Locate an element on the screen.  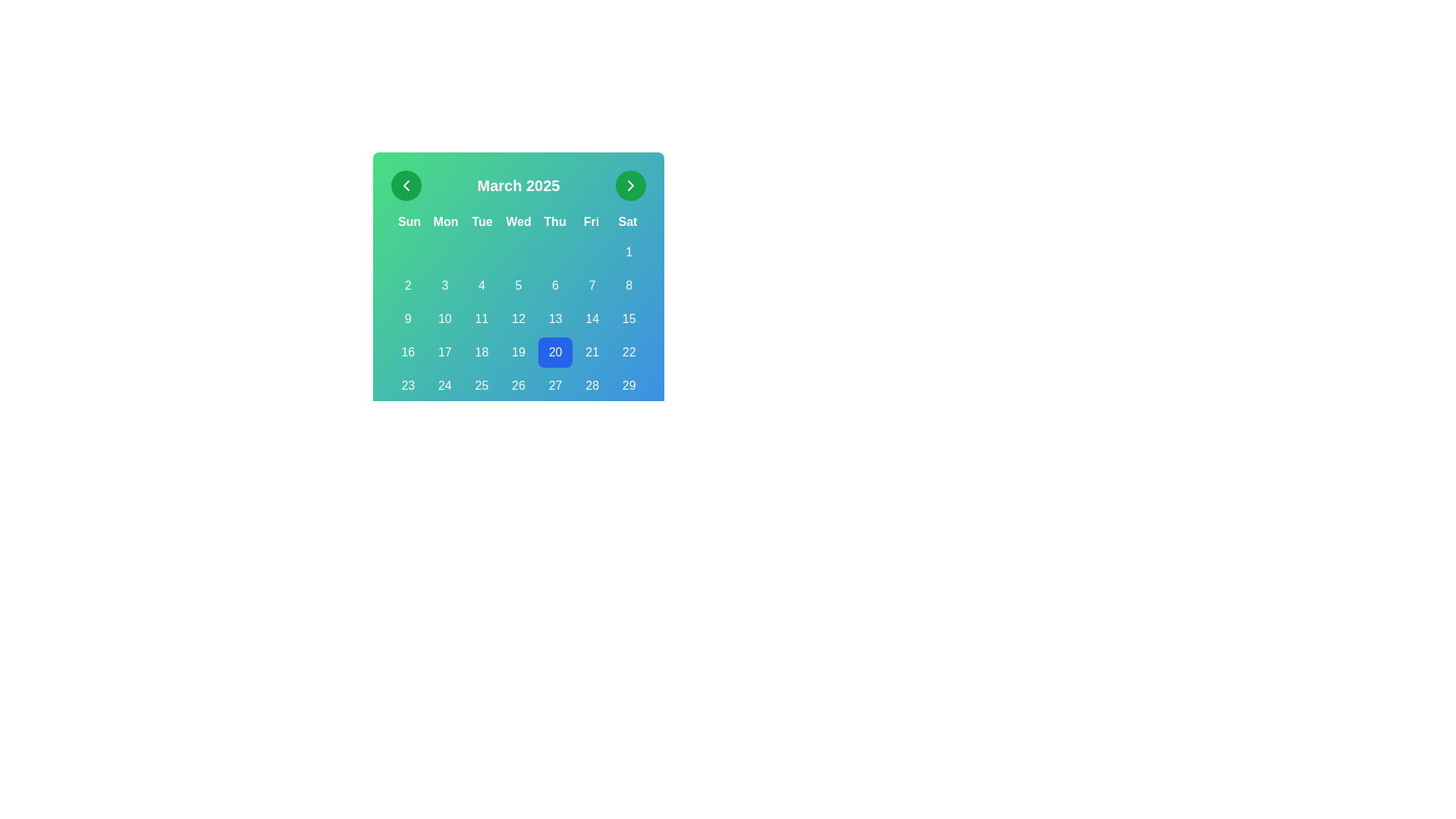
the Text label displaying 'Fri' in white, bold, sans-serif font, located between 'Thu' and 'Sat' in the calendar interface is located at coordinates (590, 222).